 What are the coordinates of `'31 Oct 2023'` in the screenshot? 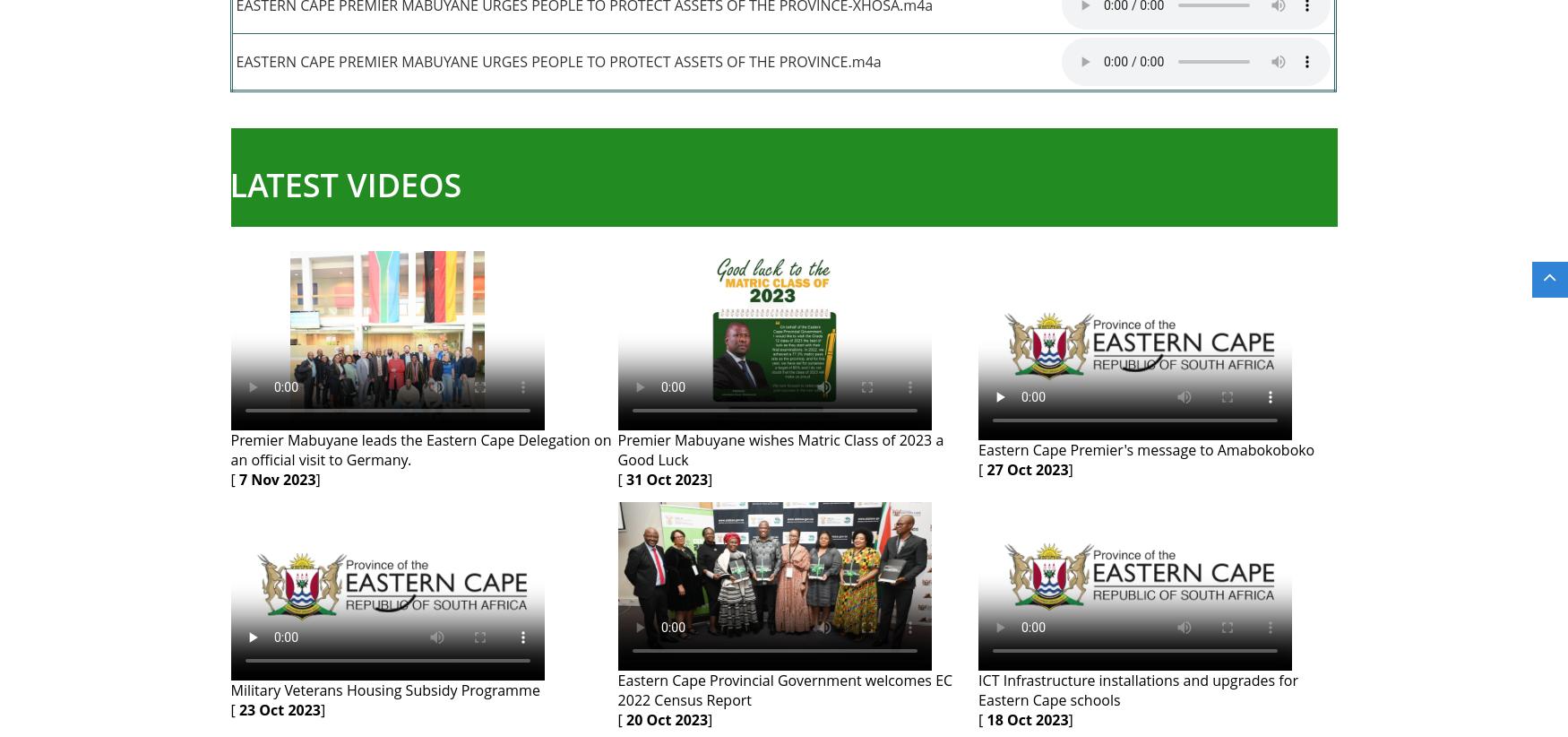 It's located at (667, 477).